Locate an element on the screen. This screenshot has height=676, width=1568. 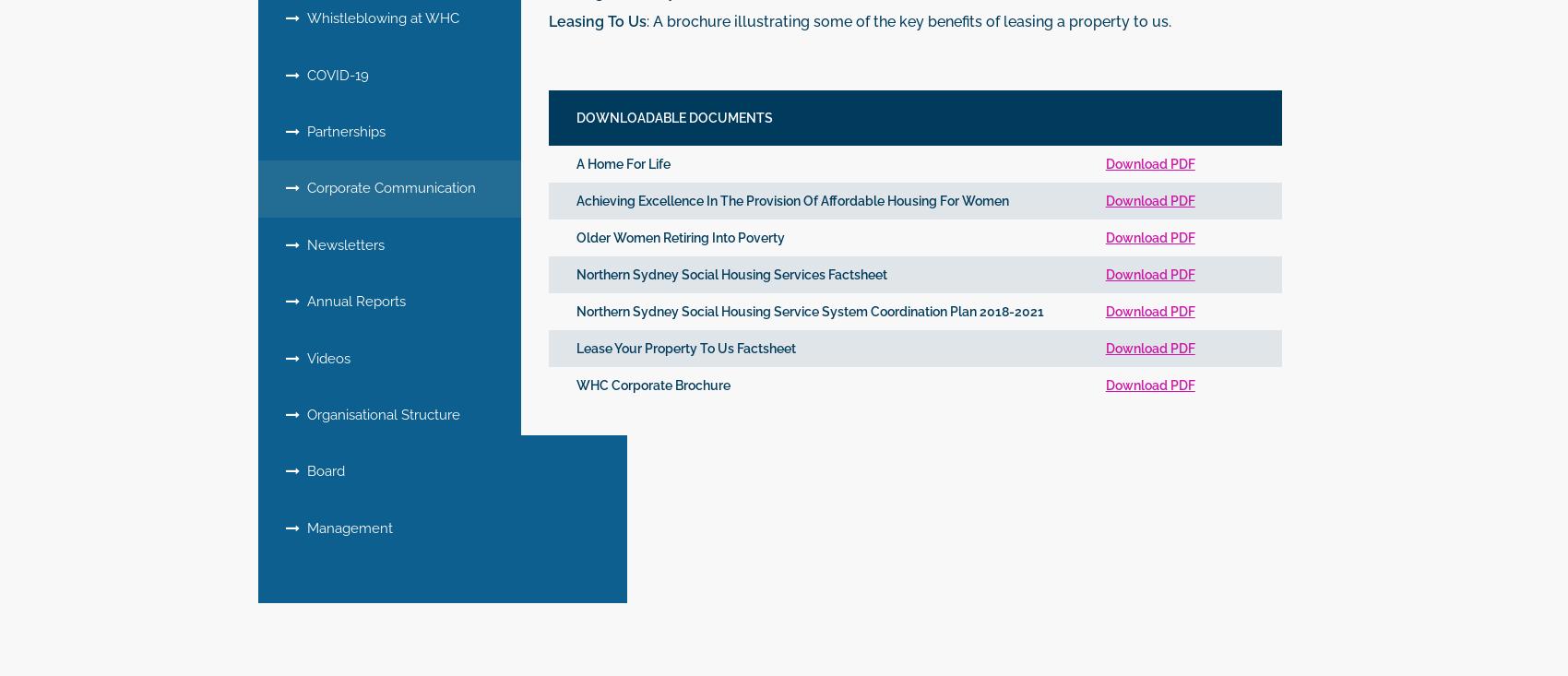
'Northern Sydney Social Housing Service System Coordination Plan 2018-2021' is located at coordinates (810, 310).